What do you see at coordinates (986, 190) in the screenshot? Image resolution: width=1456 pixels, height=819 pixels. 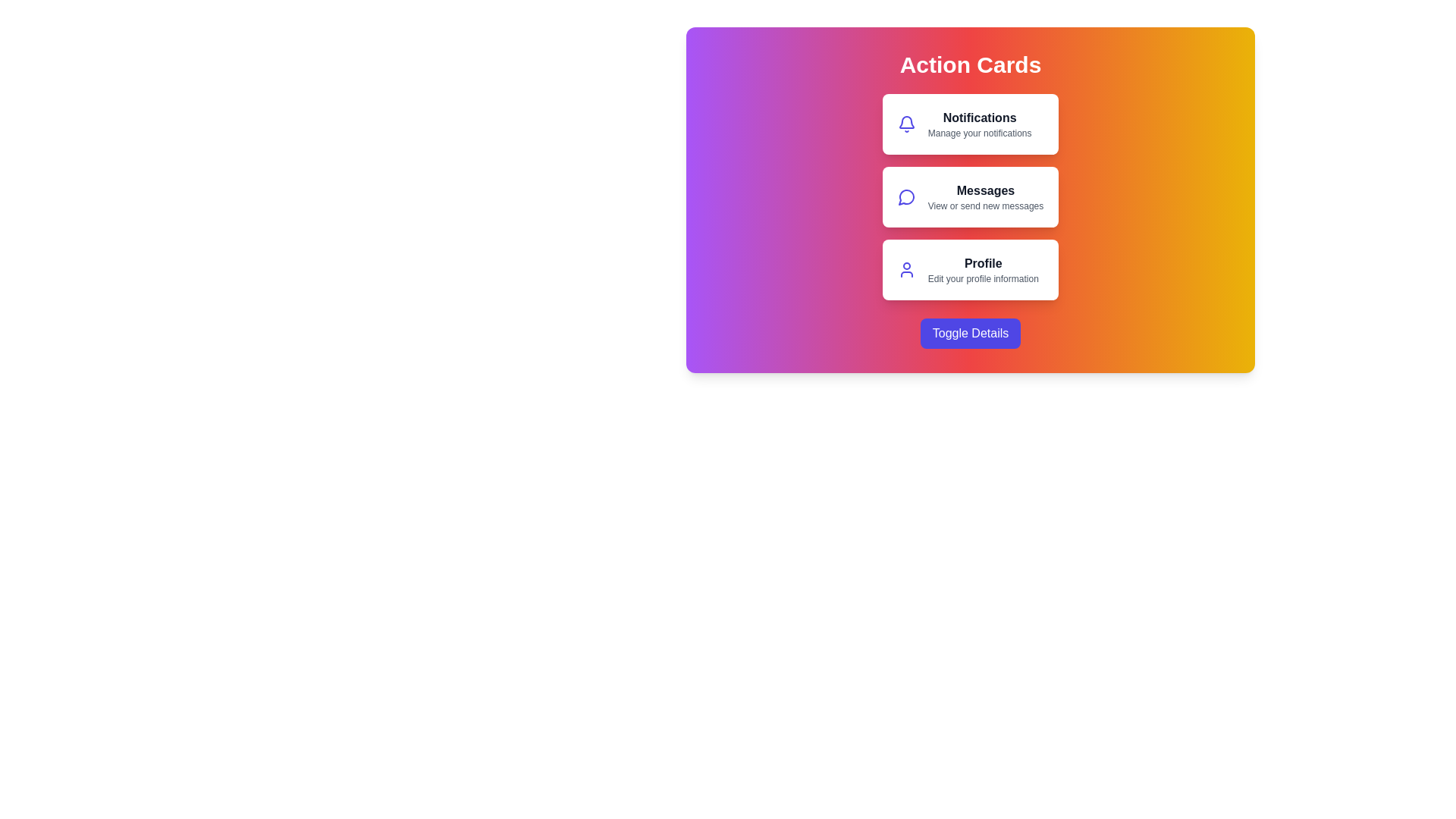 I see `the Text label positioned in the middle of the second card, directly below the title 'Notifications' and above 'Profile'` at bounding box center [986, 190].